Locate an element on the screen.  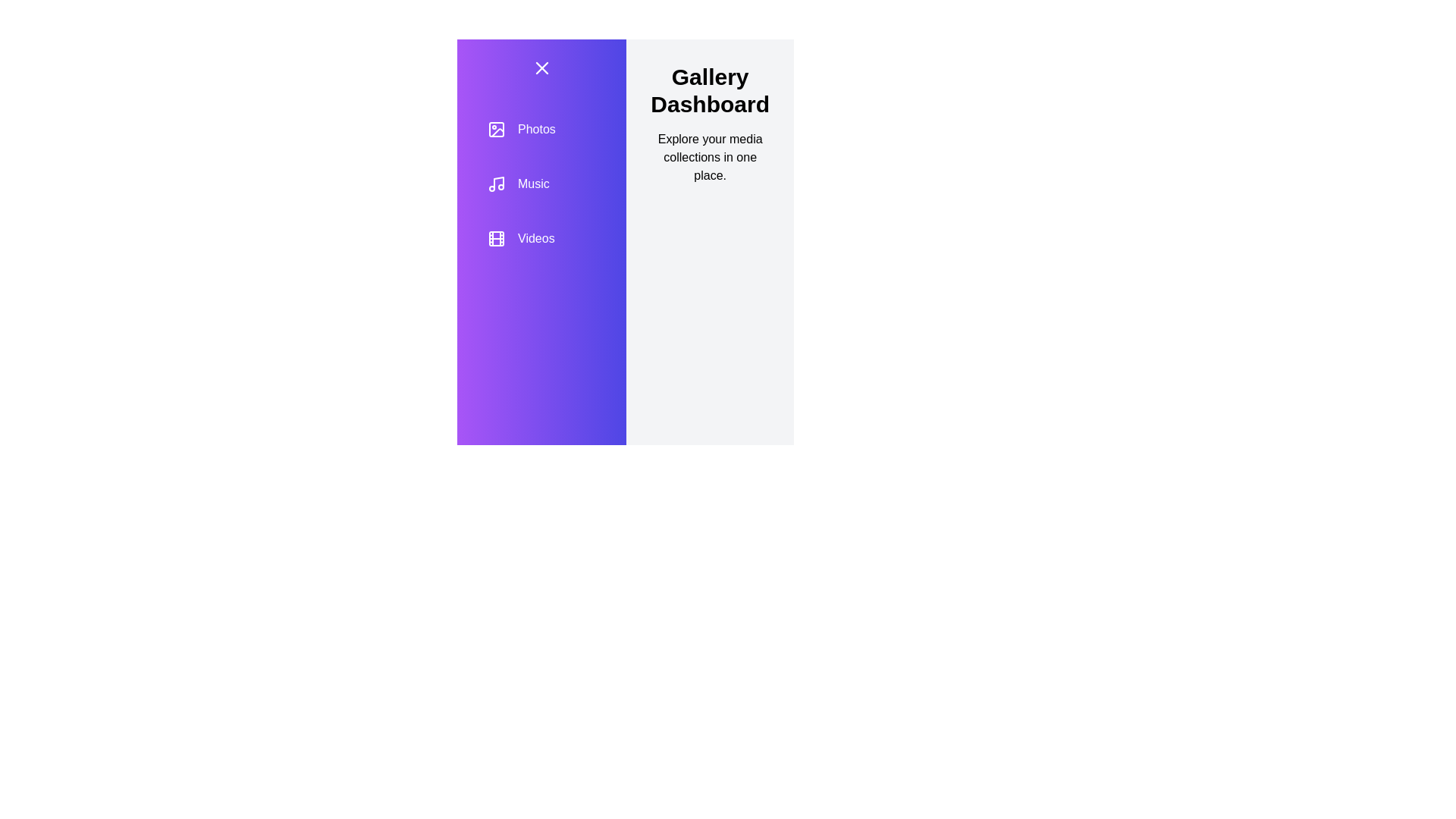
the text Explore your media collections in one place. in the component is located at coordinates (709, 158).